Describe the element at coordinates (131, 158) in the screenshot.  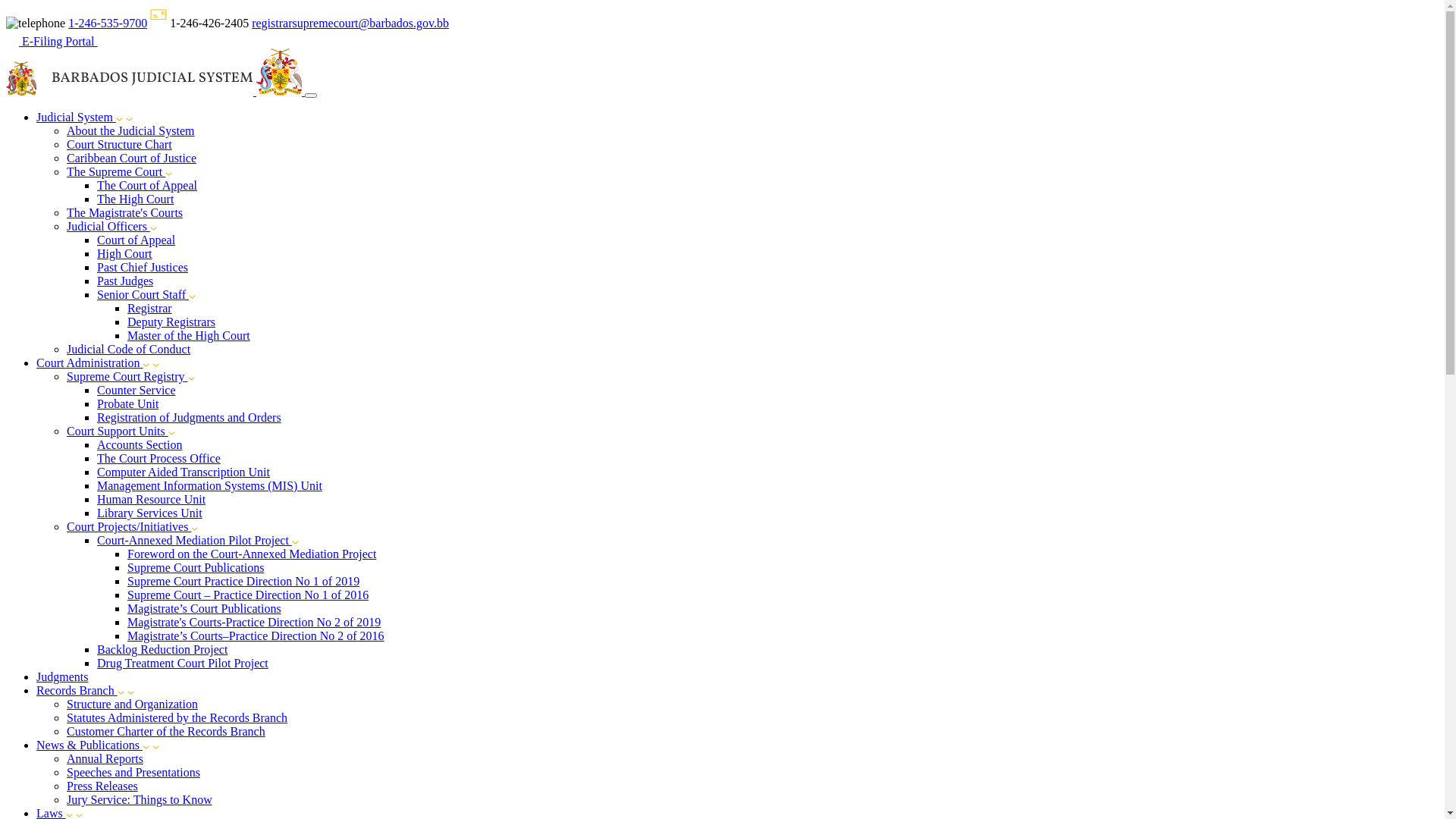
I see `'Caribbean Court of Justice'` at that location.